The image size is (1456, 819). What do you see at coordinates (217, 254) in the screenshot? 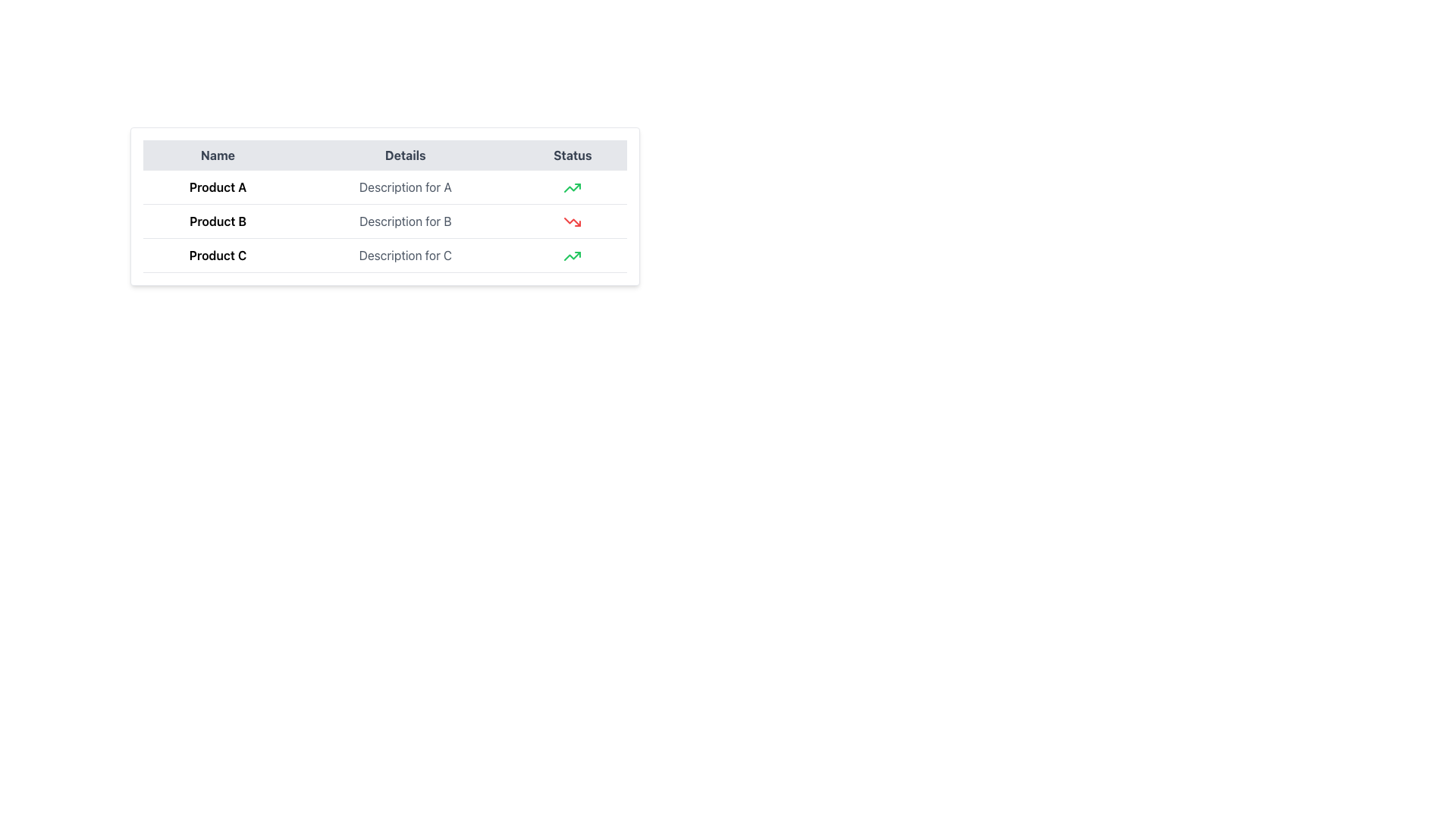
I see `the Static Text Label displaying 'Product C' in bold font, located at the start of the third row in a table structure` at bounding box center [217, 254].